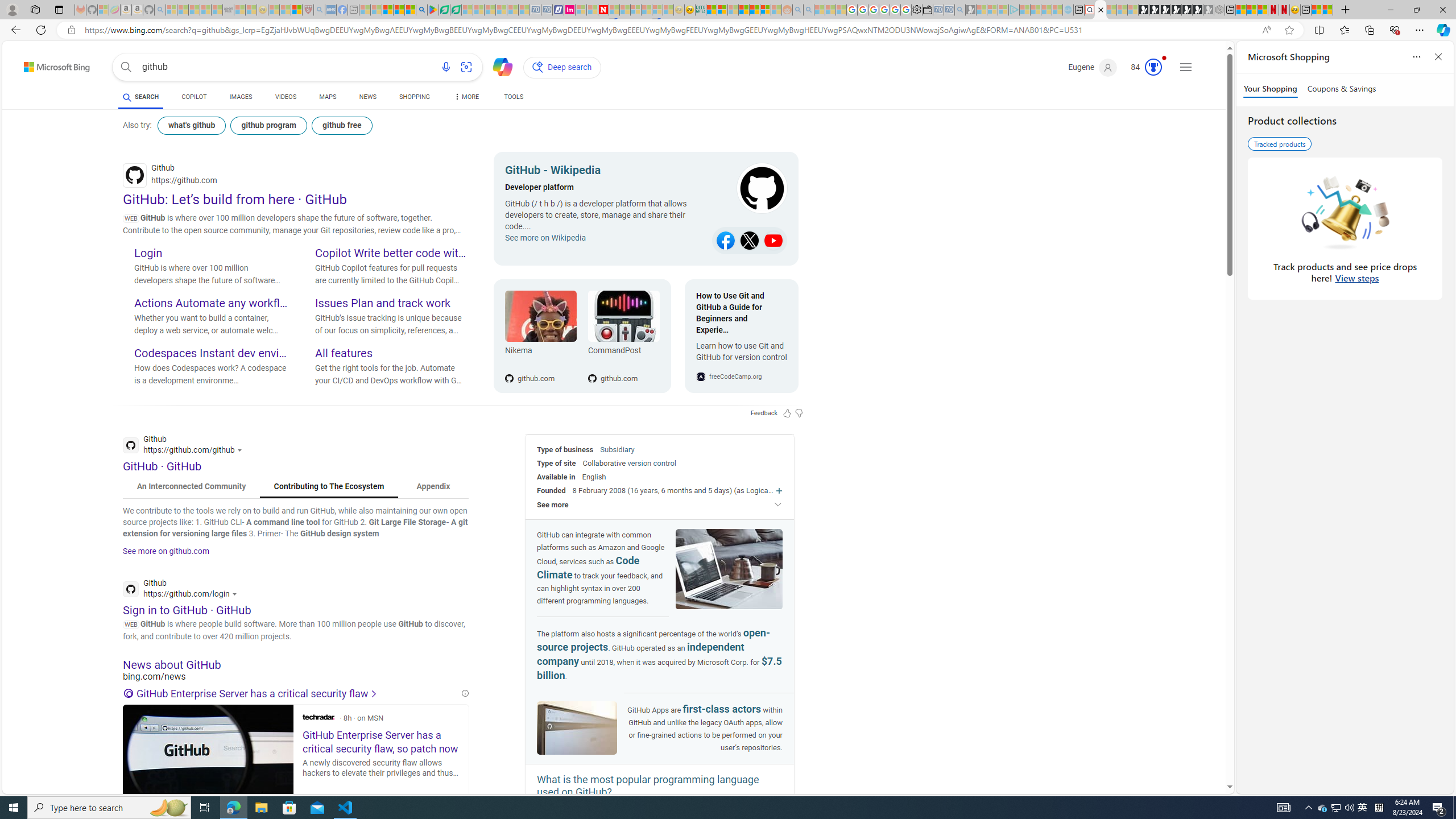  What do you see at coordinates (959, 9) in the screenshot?
I see `'Bing Real Estate - Home sales and rental listings - Sleeping'` at bounding box center [959, 9].